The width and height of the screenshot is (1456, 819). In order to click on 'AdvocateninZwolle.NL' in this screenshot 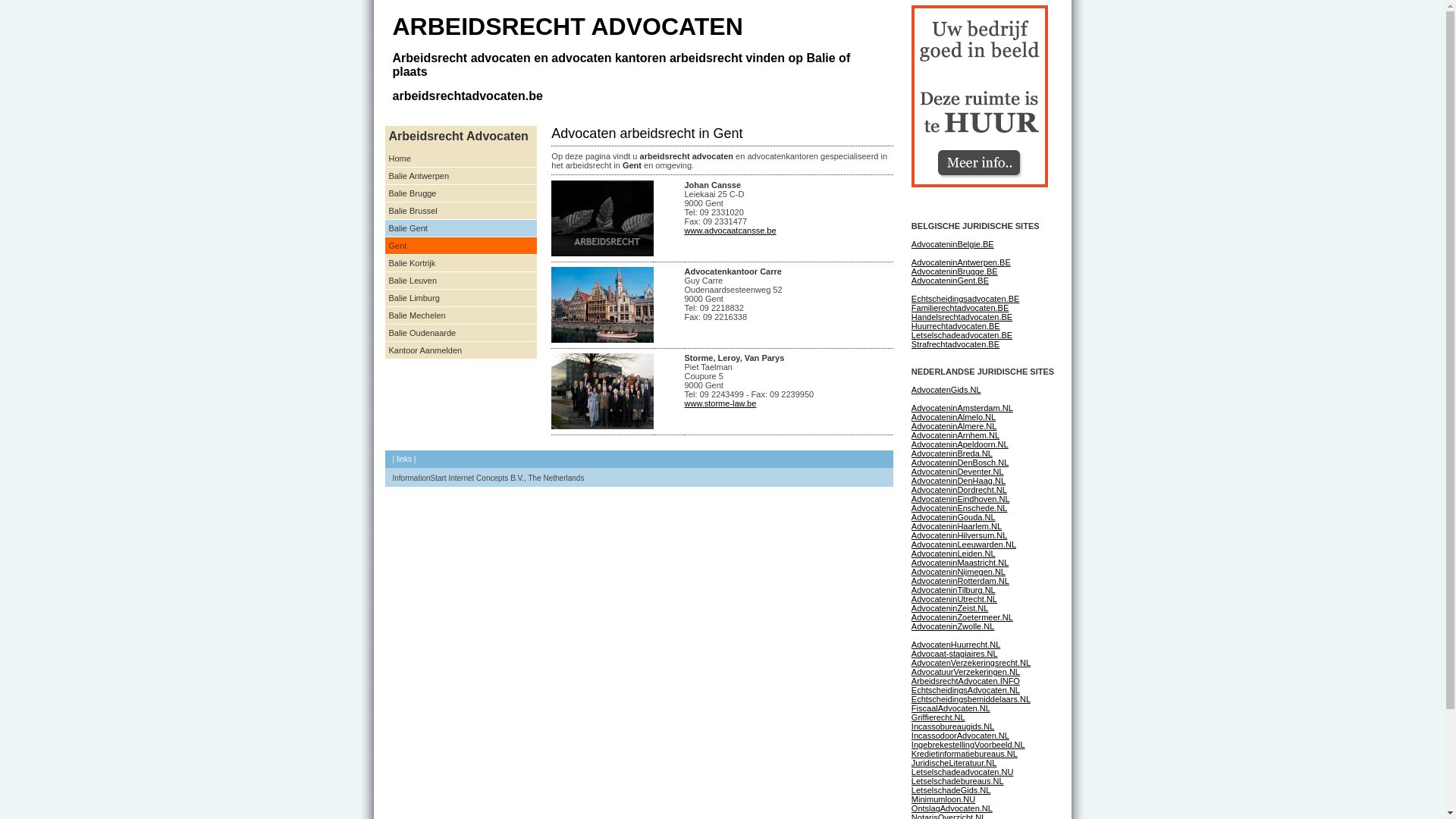, I will do `click(910, 626)`.